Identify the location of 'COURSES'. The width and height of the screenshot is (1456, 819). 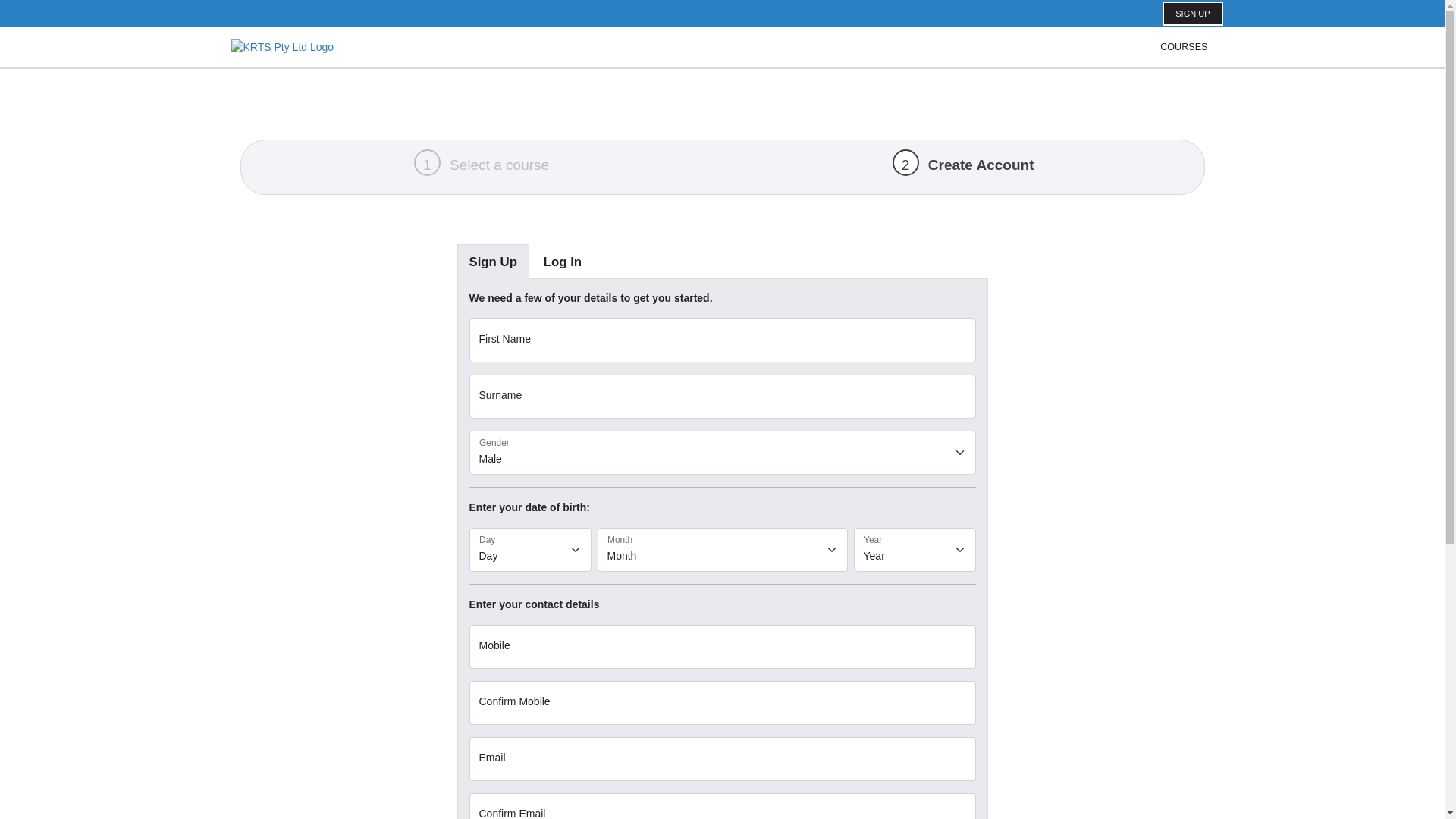
(1182, 46).